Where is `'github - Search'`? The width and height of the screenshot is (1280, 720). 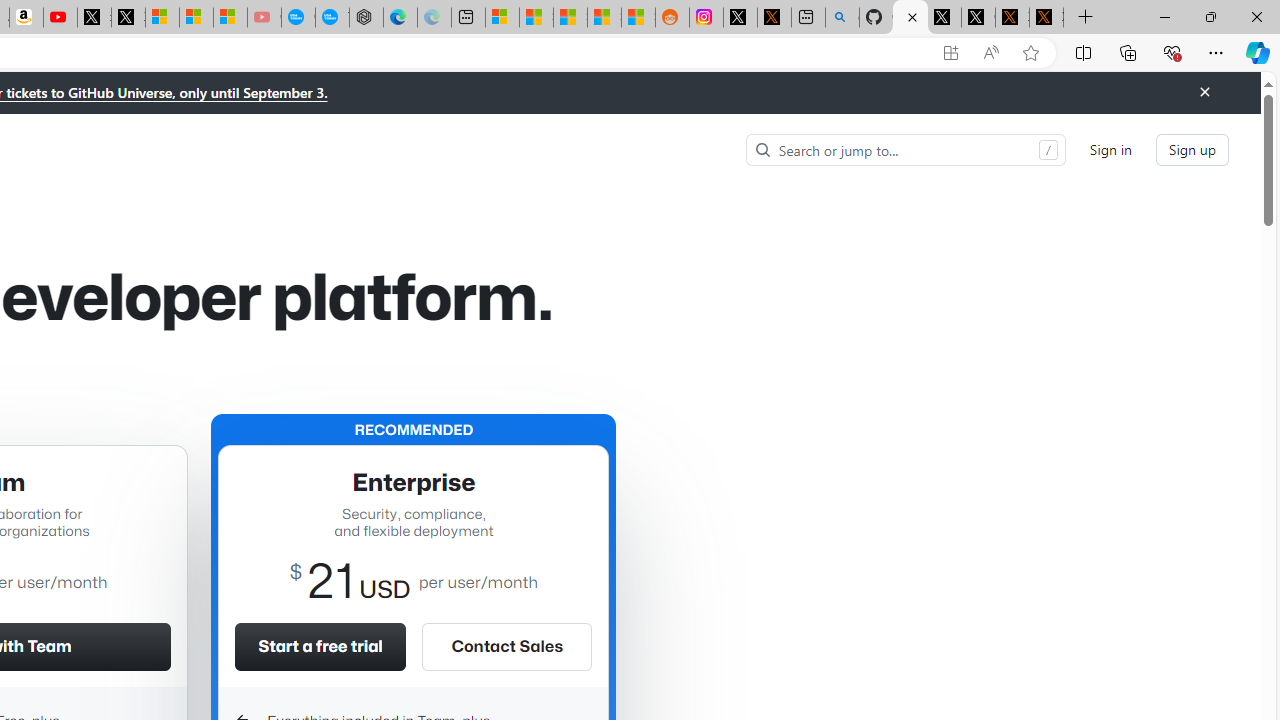 'github - Search' is located at coordinates (842, 17).